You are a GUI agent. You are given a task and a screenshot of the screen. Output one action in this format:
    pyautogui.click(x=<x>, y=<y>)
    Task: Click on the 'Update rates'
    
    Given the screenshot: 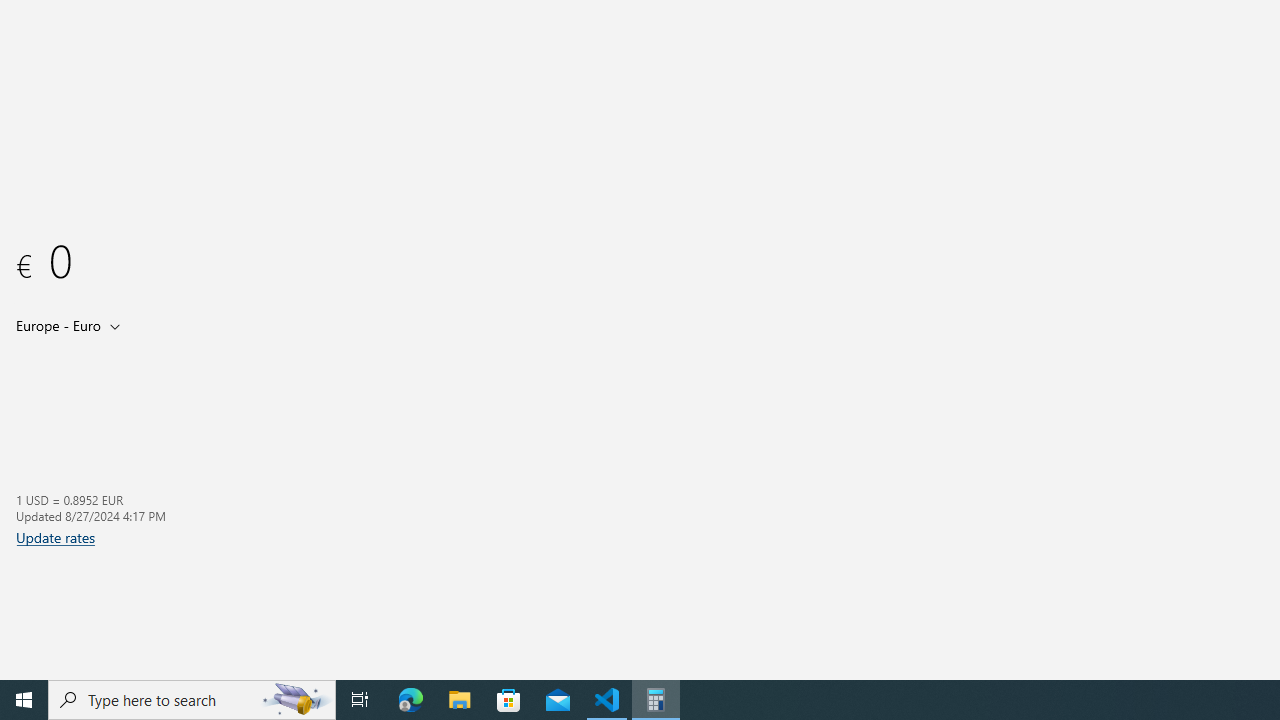 What is the action you would take?
    pyautogui.click(x=55, y=536)
    